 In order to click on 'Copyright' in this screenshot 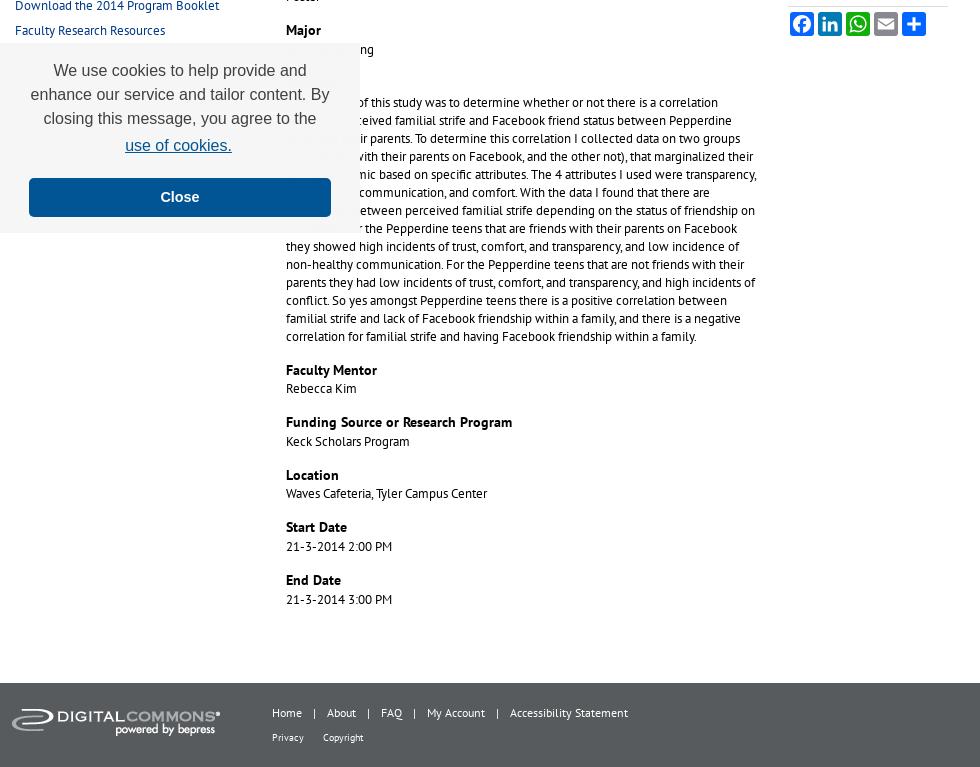, I will do `click(343, 737)`.